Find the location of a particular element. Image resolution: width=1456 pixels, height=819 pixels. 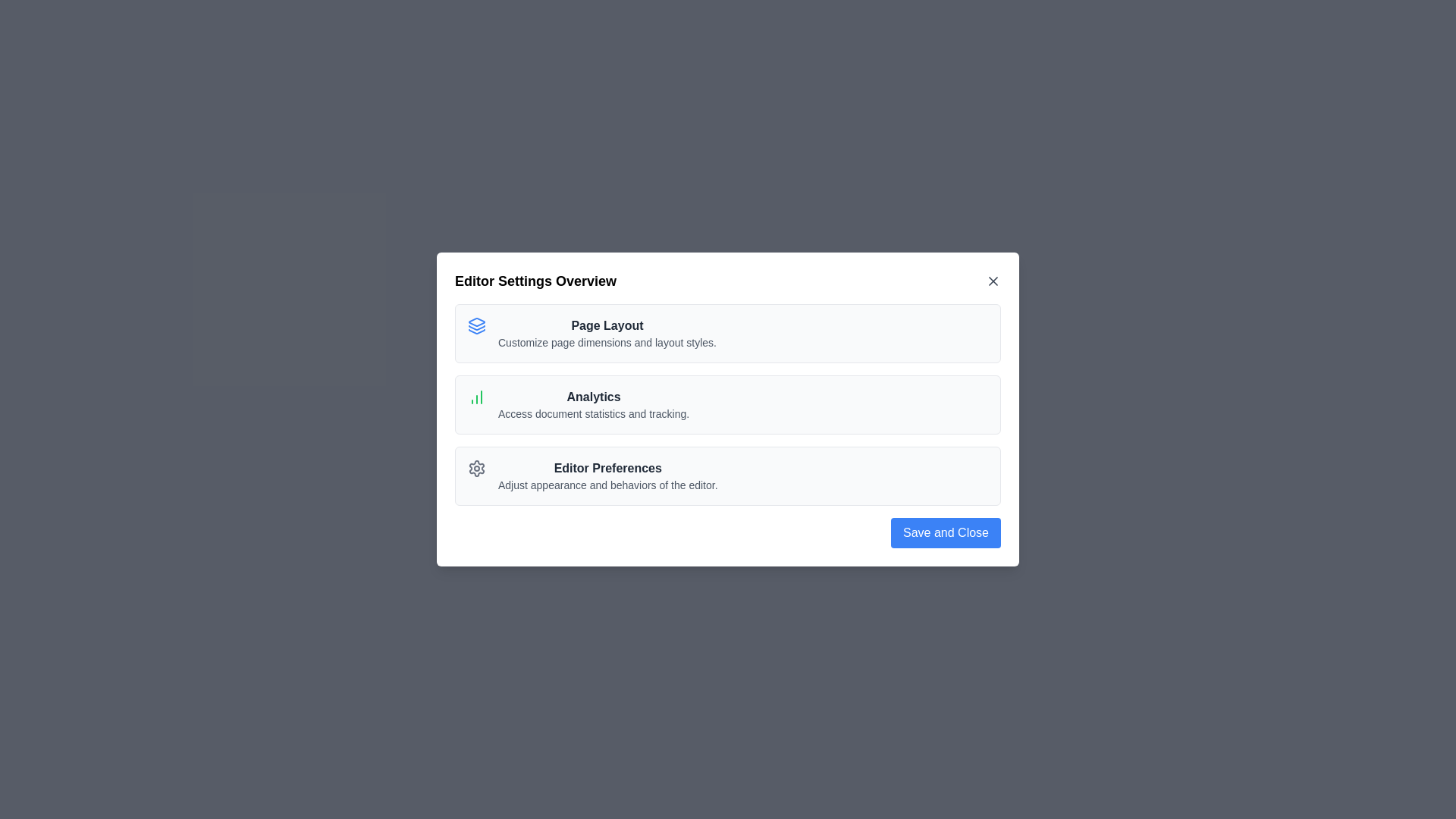

the icon corresponding to Page Layout is located at coordinates (475, 325).